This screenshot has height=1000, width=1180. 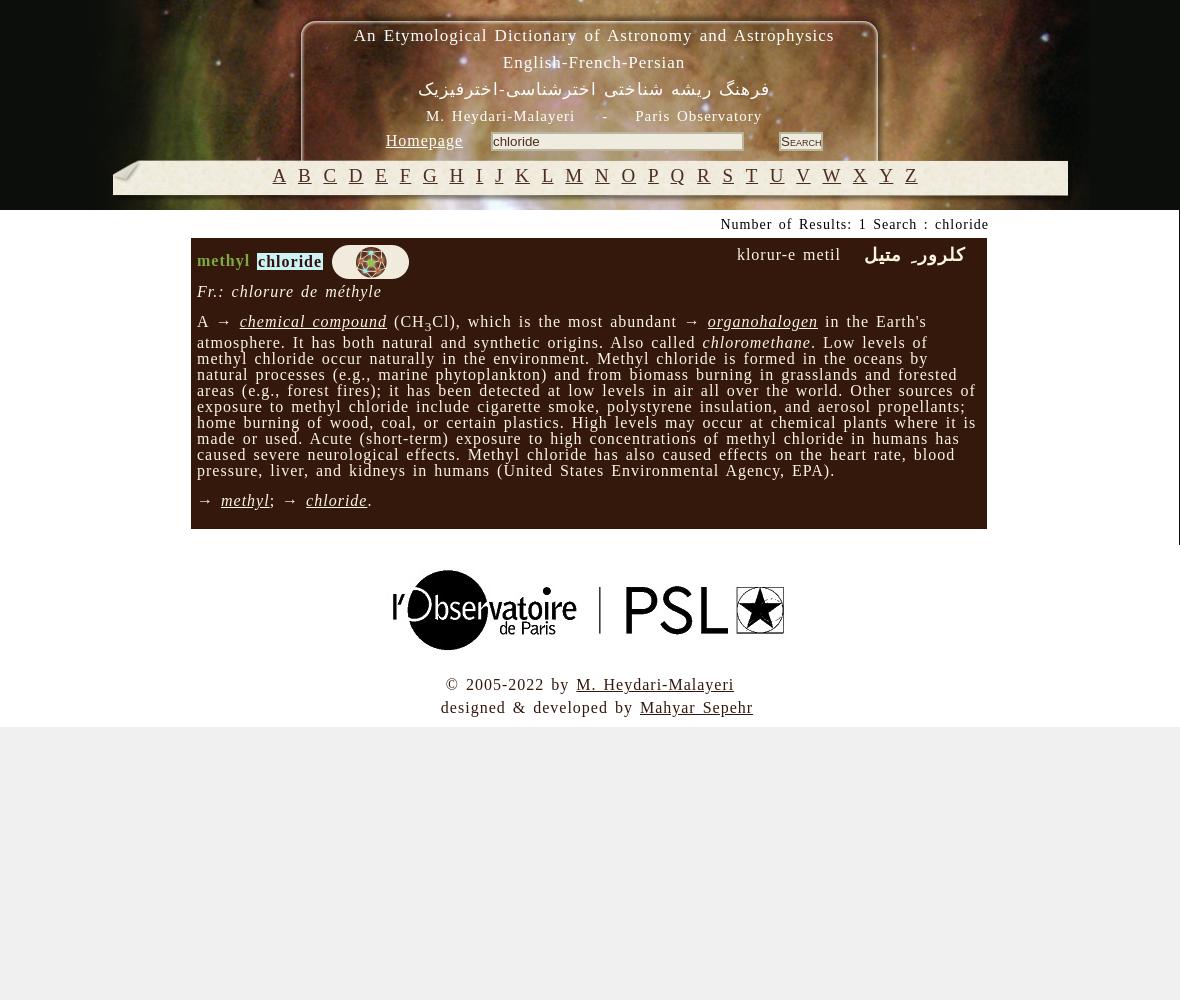 What do you see at coordinates (627, 175) in the screenshot?
I see `'O'` at bounding box center [627, 175].